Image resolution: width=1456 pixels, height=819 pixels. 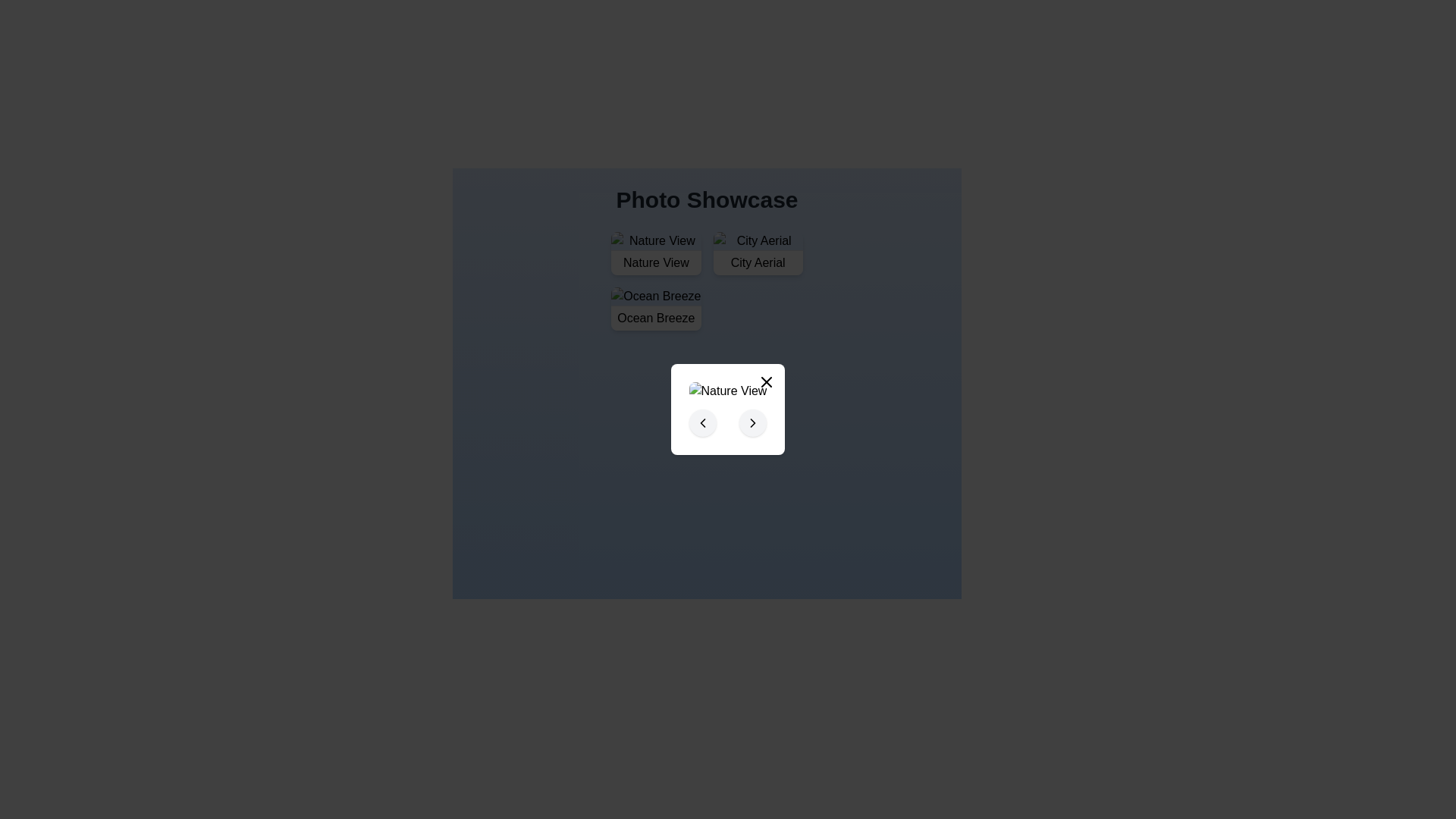 I want to click on the 'Ocean Breeze' card element to visualize its dynamic styles, which is located in the third position of the grid layout, below 'Nature View' and to the left of 'City Aerial', so click(x=656, y=308).